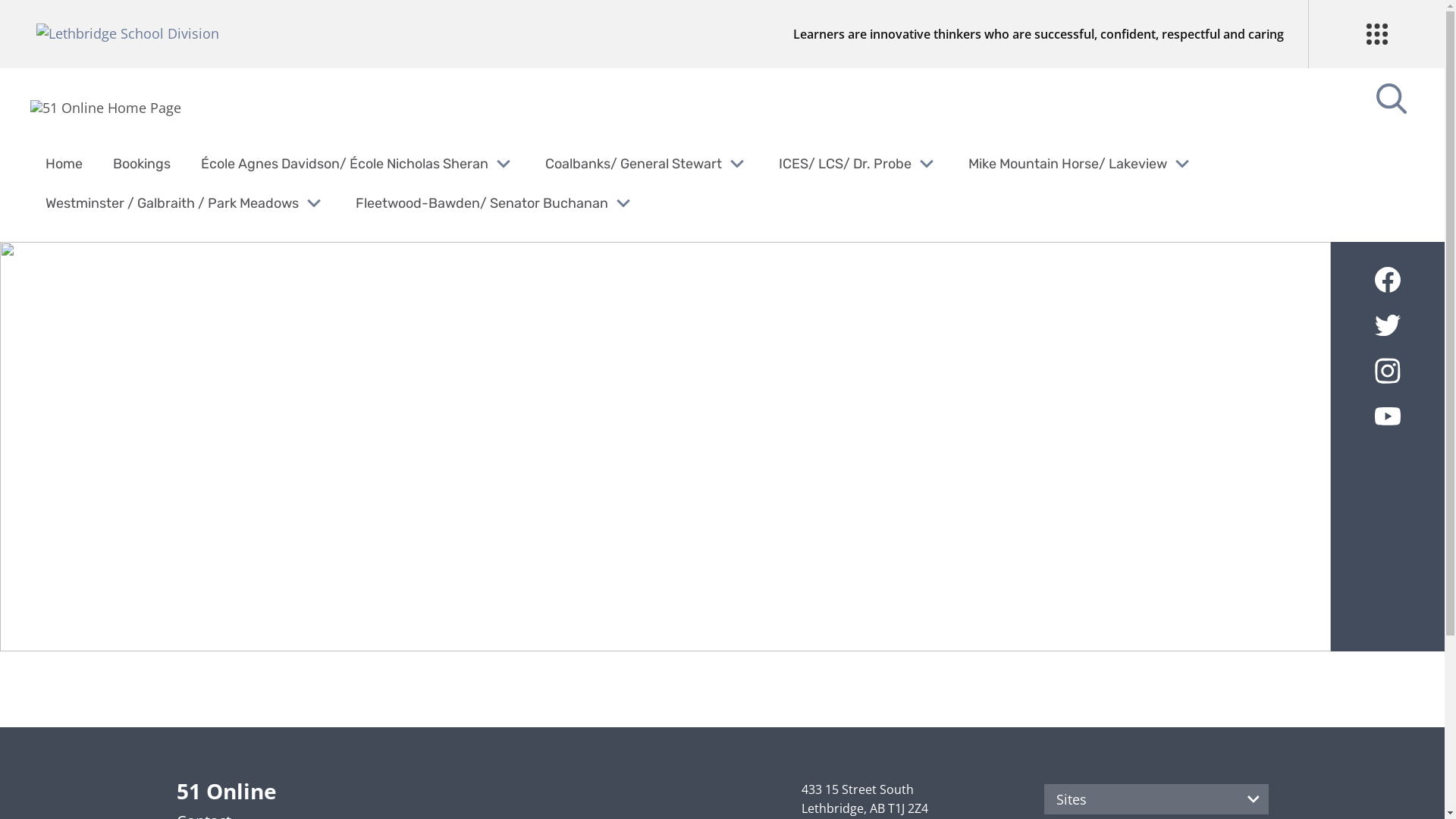  I want to click on '51 Online's Facebook', so click(1387, 280).